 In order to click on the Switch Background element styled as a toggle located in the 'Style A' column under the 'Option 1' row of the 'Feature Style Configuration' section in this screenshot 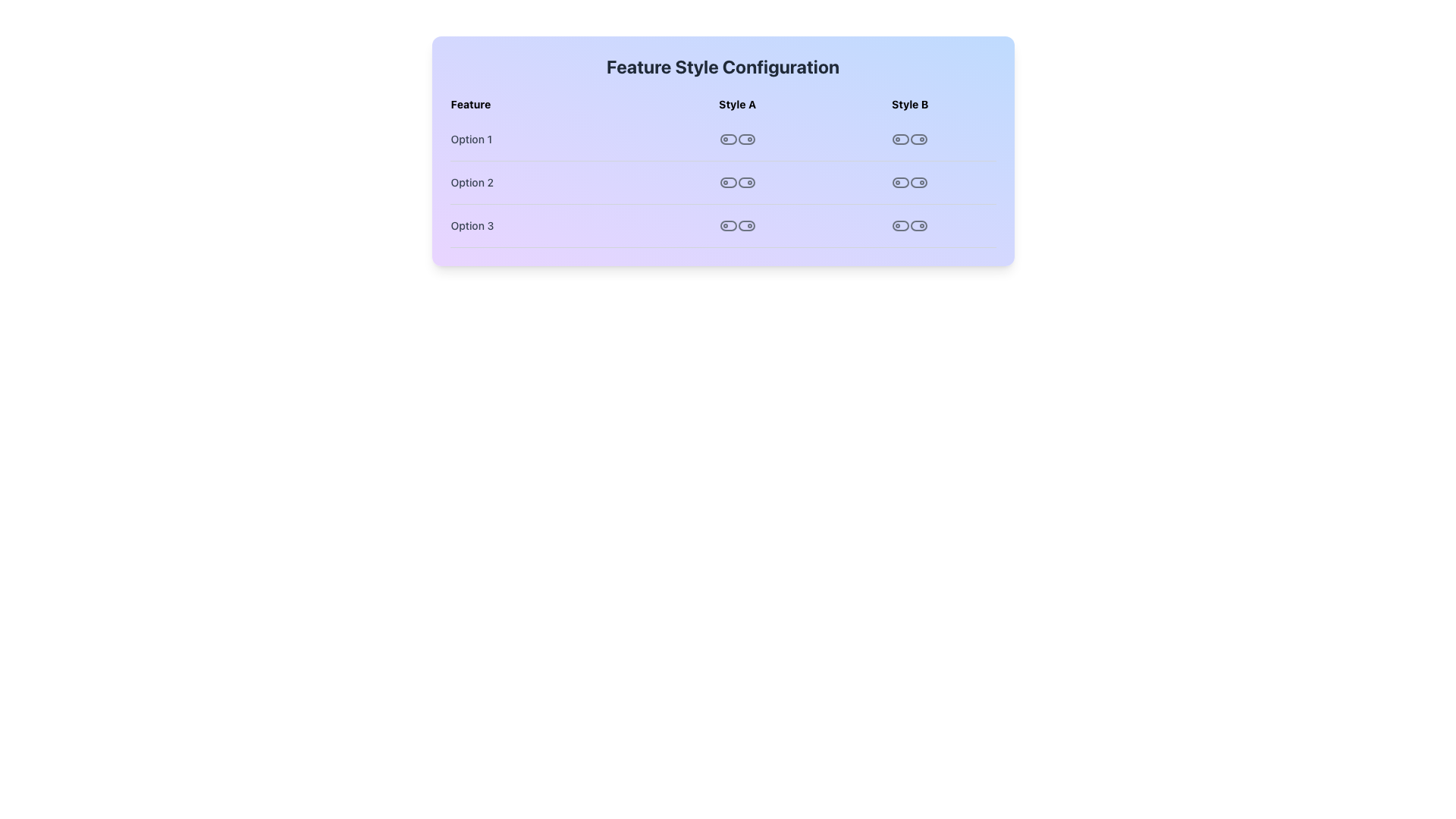, I will do `click(728, 140)`.